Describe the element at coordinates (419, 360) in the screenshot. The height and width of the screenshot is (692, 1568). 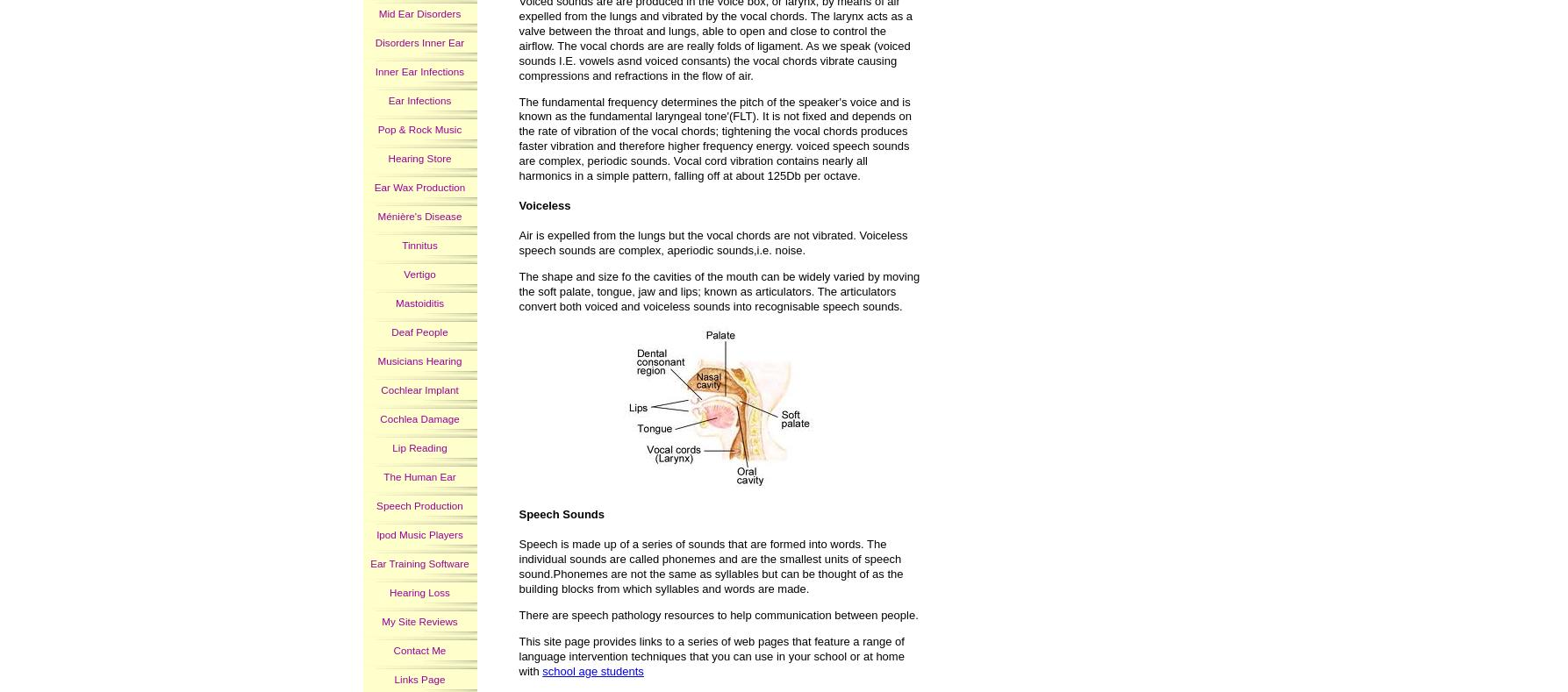
I see `'Musicians Hearing'` at that location.